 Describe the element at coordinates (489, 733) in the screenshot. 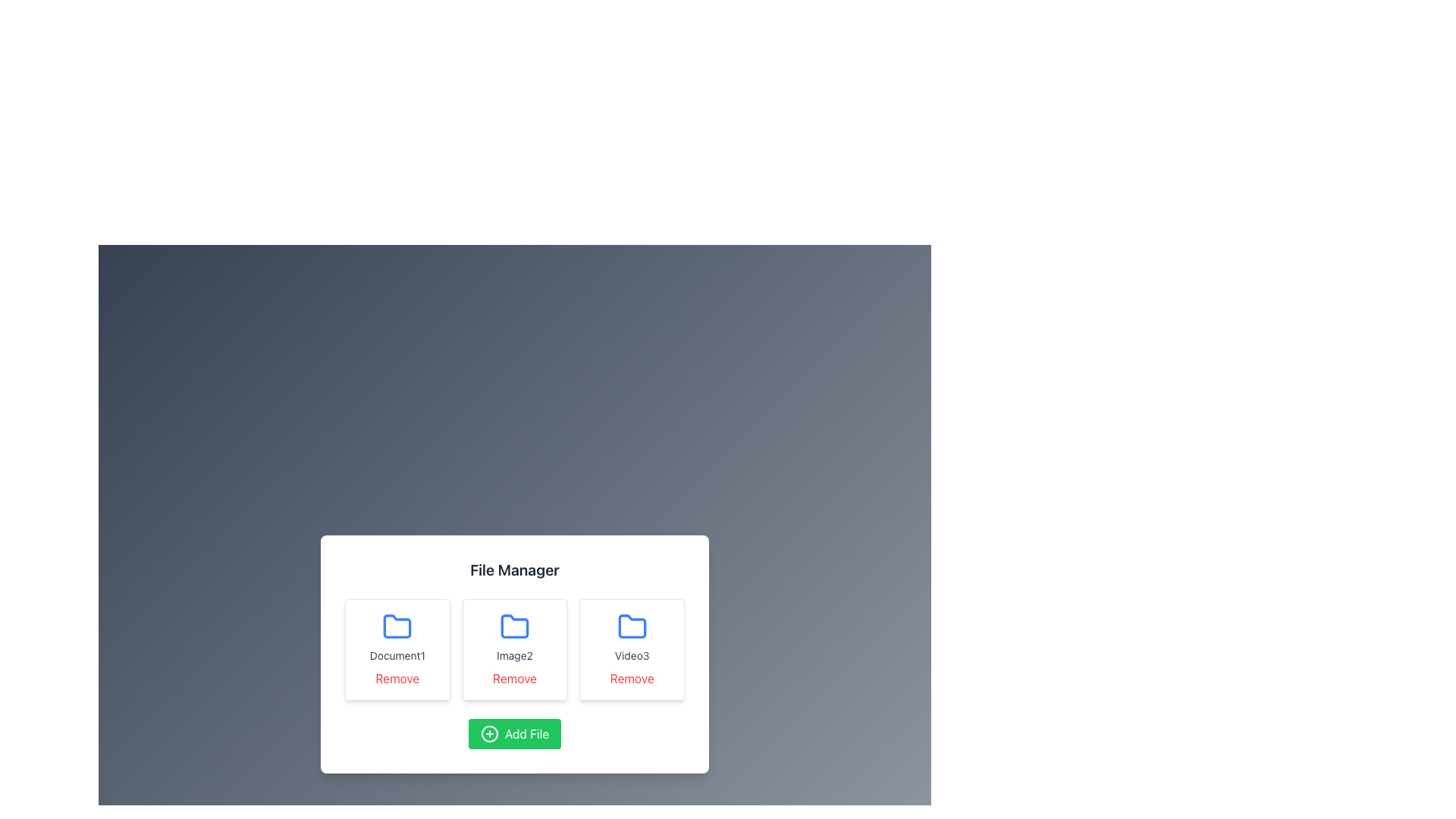

I see `the circular '+' icon with a green background located to the left of the 'Add File' text in the green button at the bottom center of the File Manager interface to initiate the associated action` at that location.